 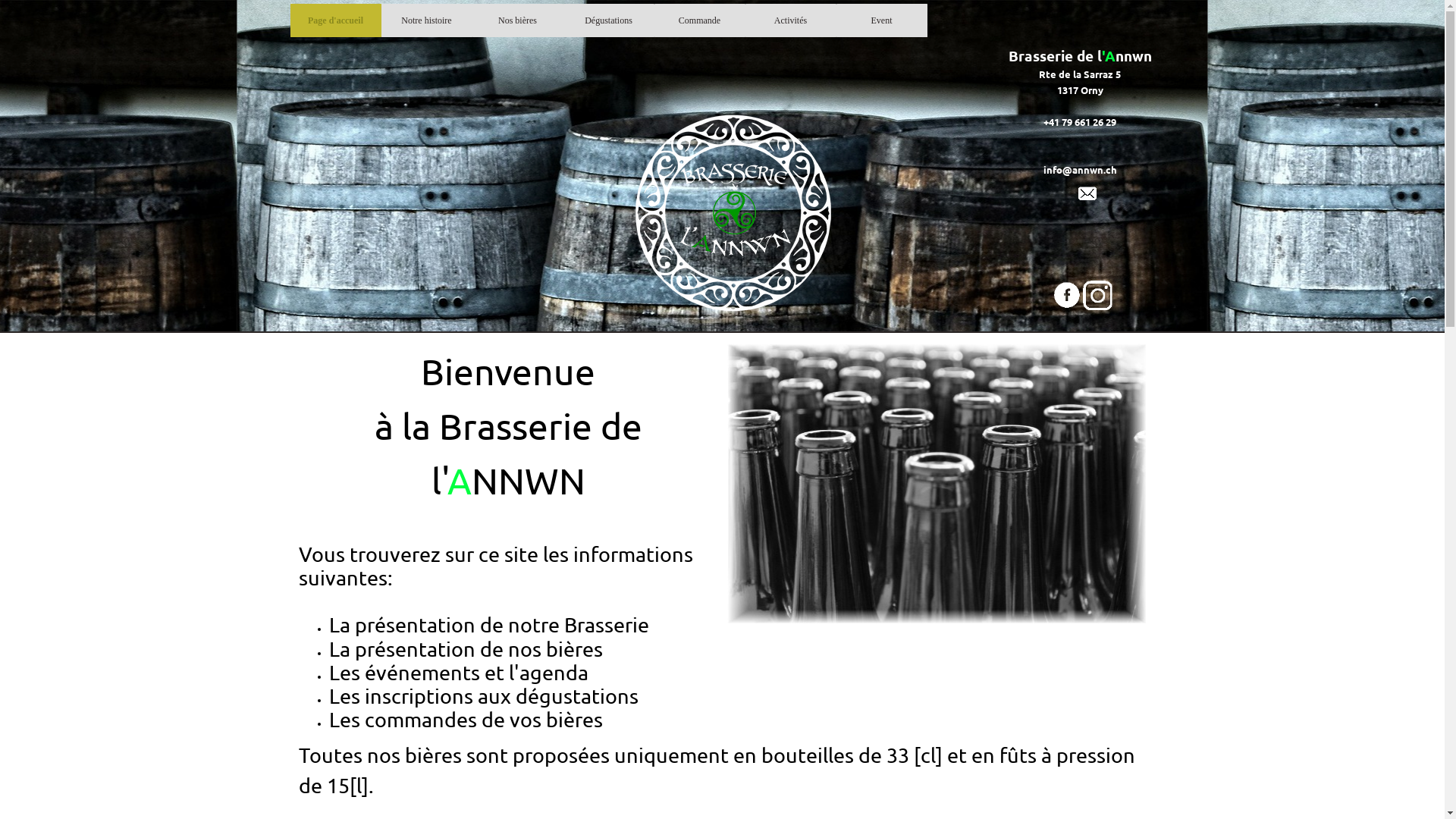 What do you see at coordinates (425, 20) in the screenshot?
I see `'Notre histoire'` at bounding box center [425, 20].